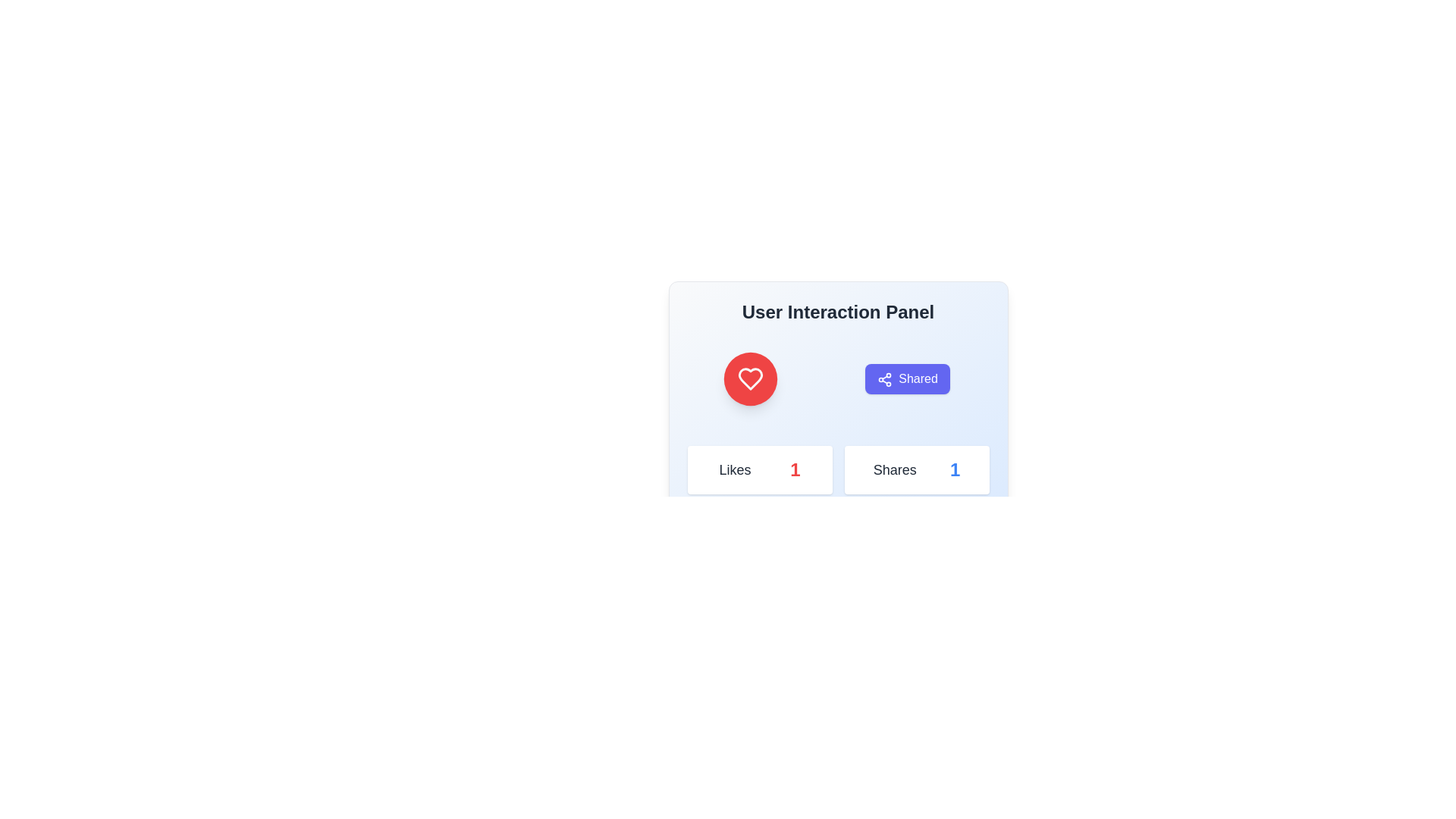  Describe the element at coordinates (735, 469) in the screenshot. I see `label text that indicates the context for the number of 'Likes' received, located on the left side of the panel next to the bold numerical value '1'` at that location.